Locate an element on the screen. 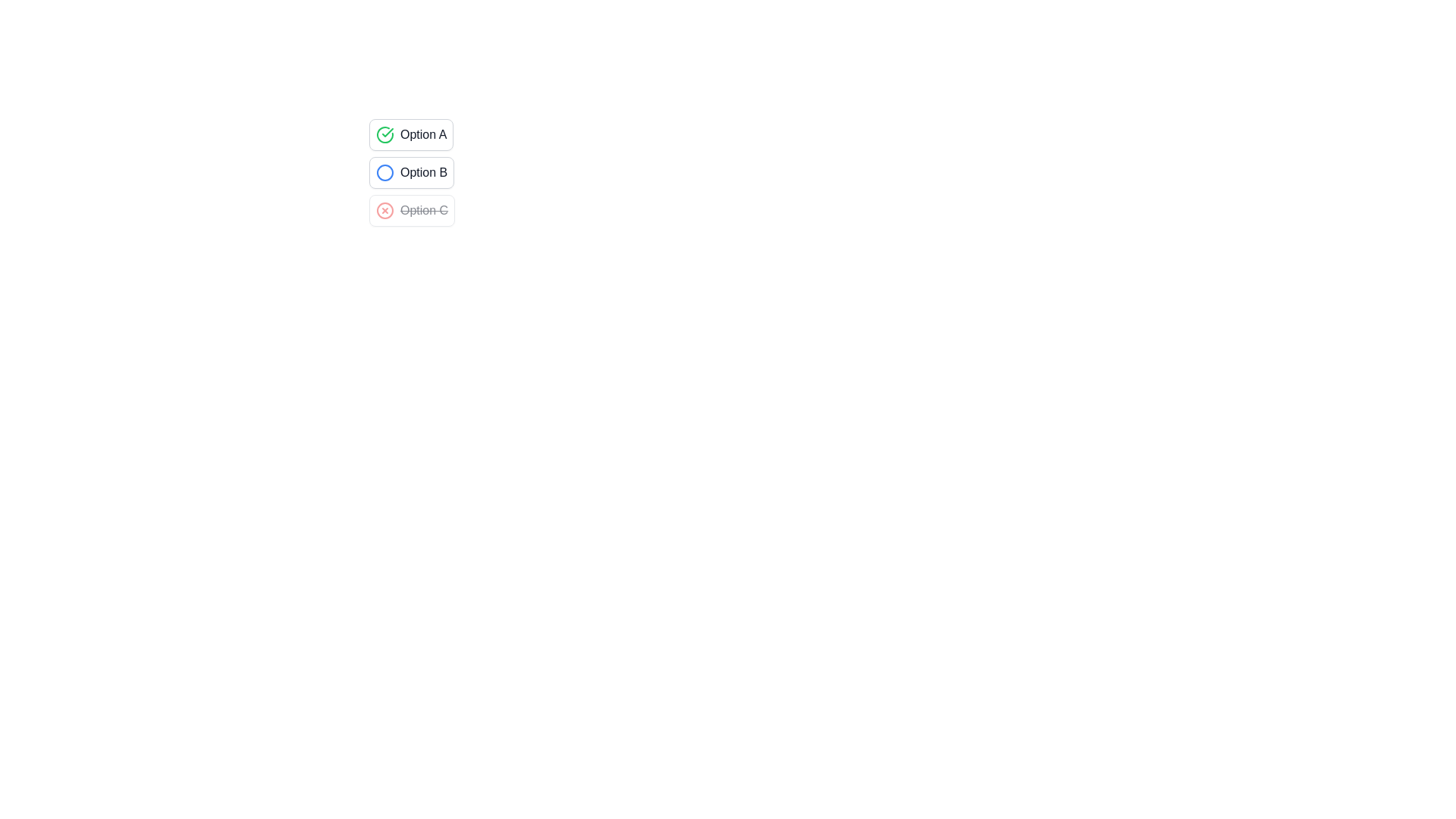  the selectable option located at the top of the vertical list, above 'Option B' and 'Option C' is located at coordinates (411, 133).